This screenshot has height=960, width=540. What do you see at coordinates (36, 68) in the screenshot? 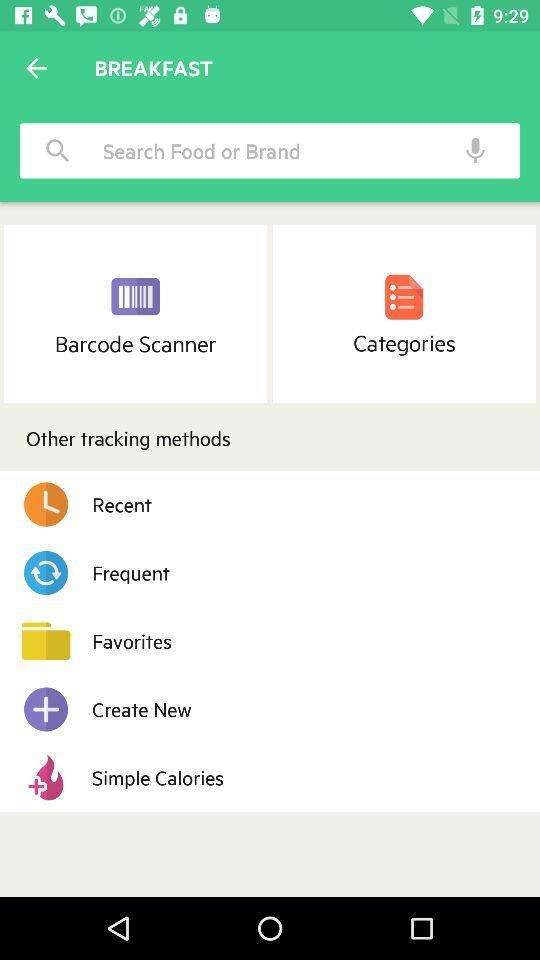
I see `the icon next to breakfast item` at bounding box center [36, 68].